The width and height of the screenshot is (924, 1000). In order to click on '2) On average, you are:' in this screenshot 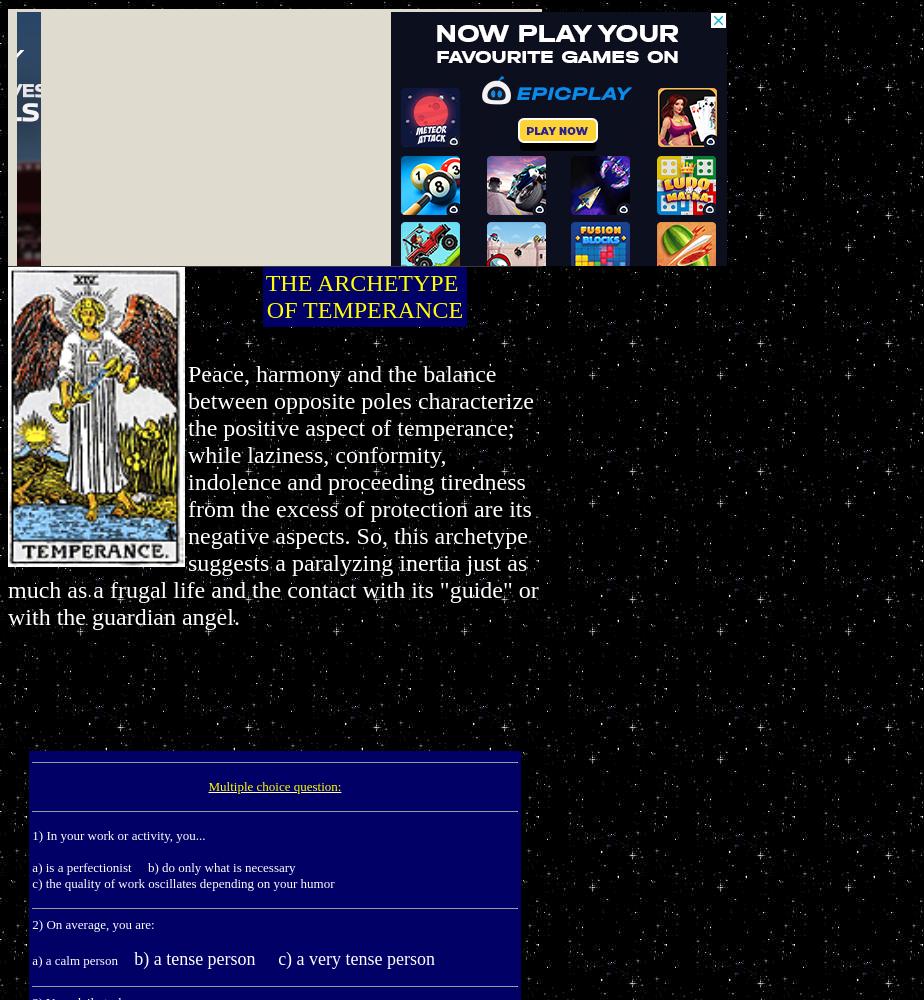, I will do `click(92, 924)`.